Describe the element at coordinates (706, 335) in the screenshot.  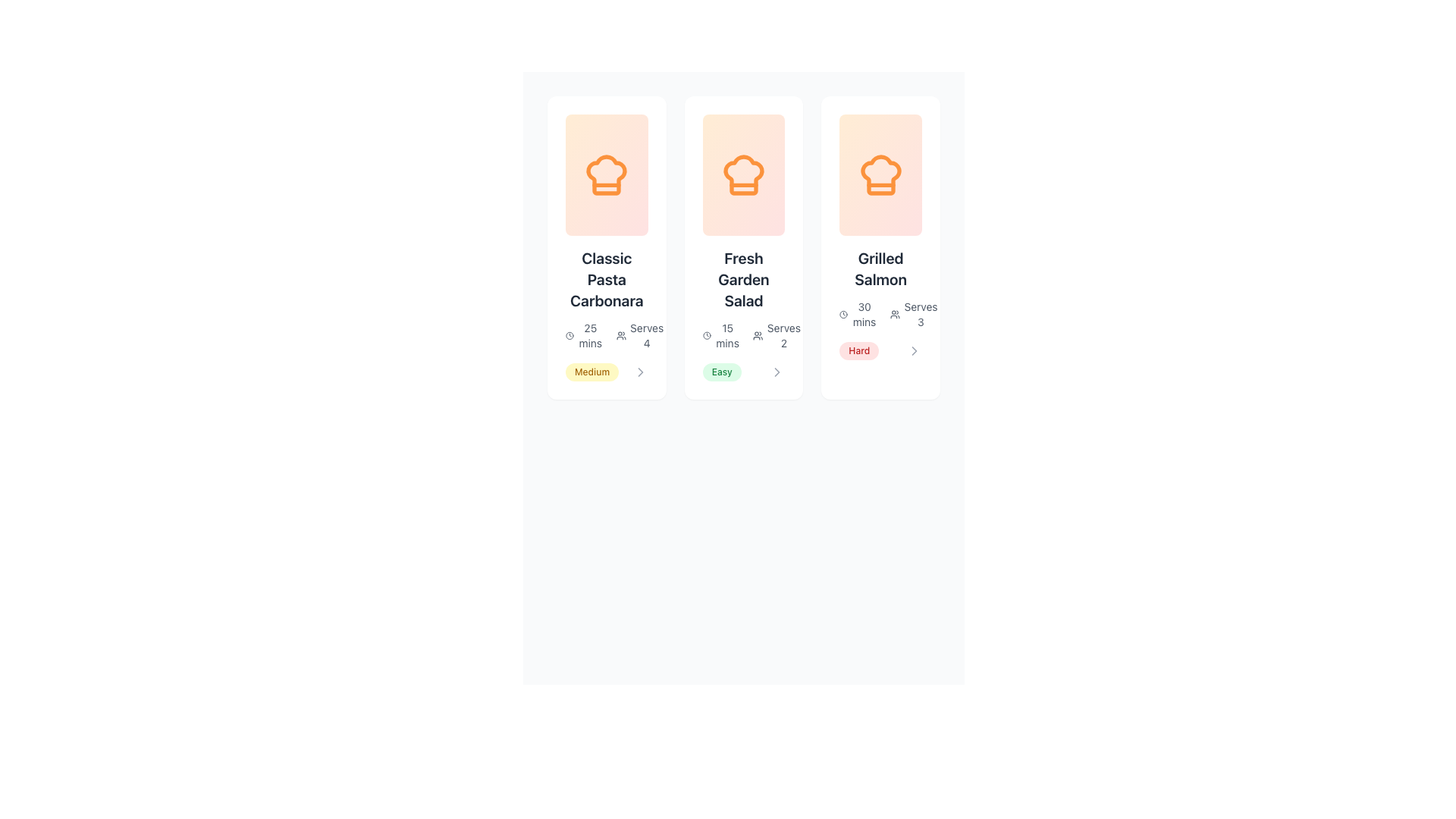
I see `the decorative circular vector graphic component that represents part of a clock design` at that location.